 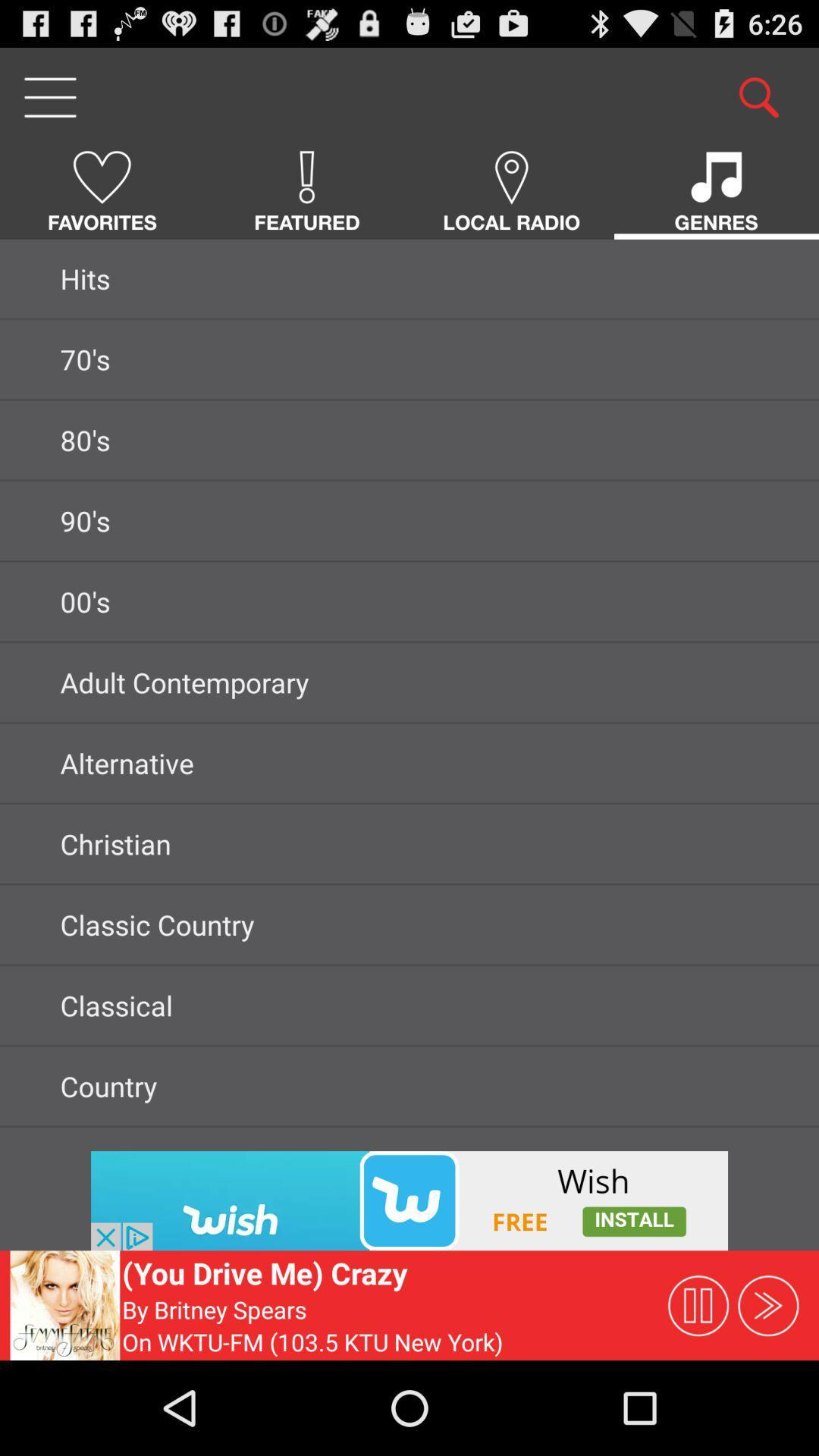 What do you see at coordinates (49, 103) in the screenshot?
I see `the menu icon` at bounding box center [49, 103].